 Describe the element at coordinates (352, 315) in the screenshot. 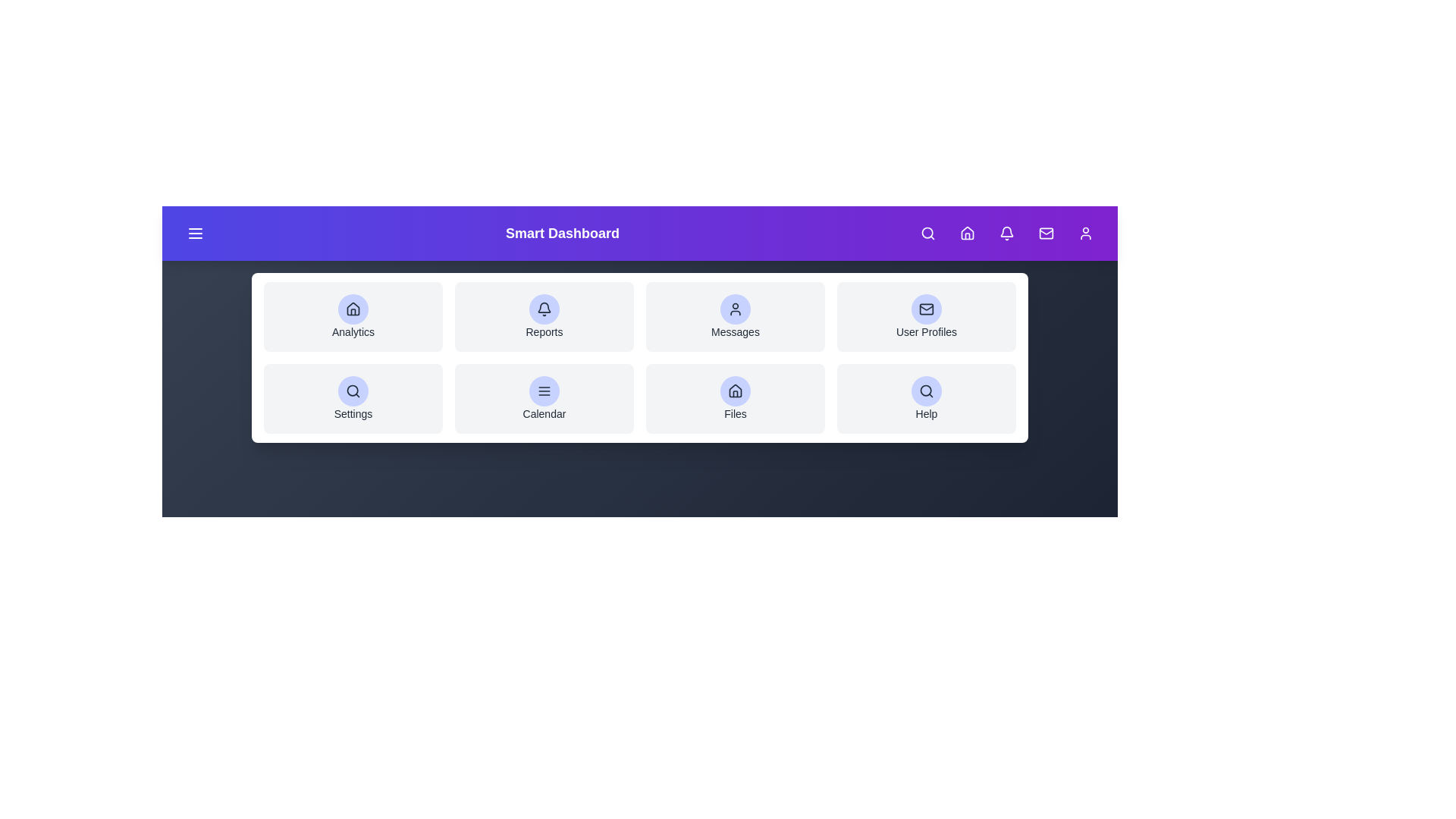

I see `the element labeled Analytics to observe its hover effect` at that location.